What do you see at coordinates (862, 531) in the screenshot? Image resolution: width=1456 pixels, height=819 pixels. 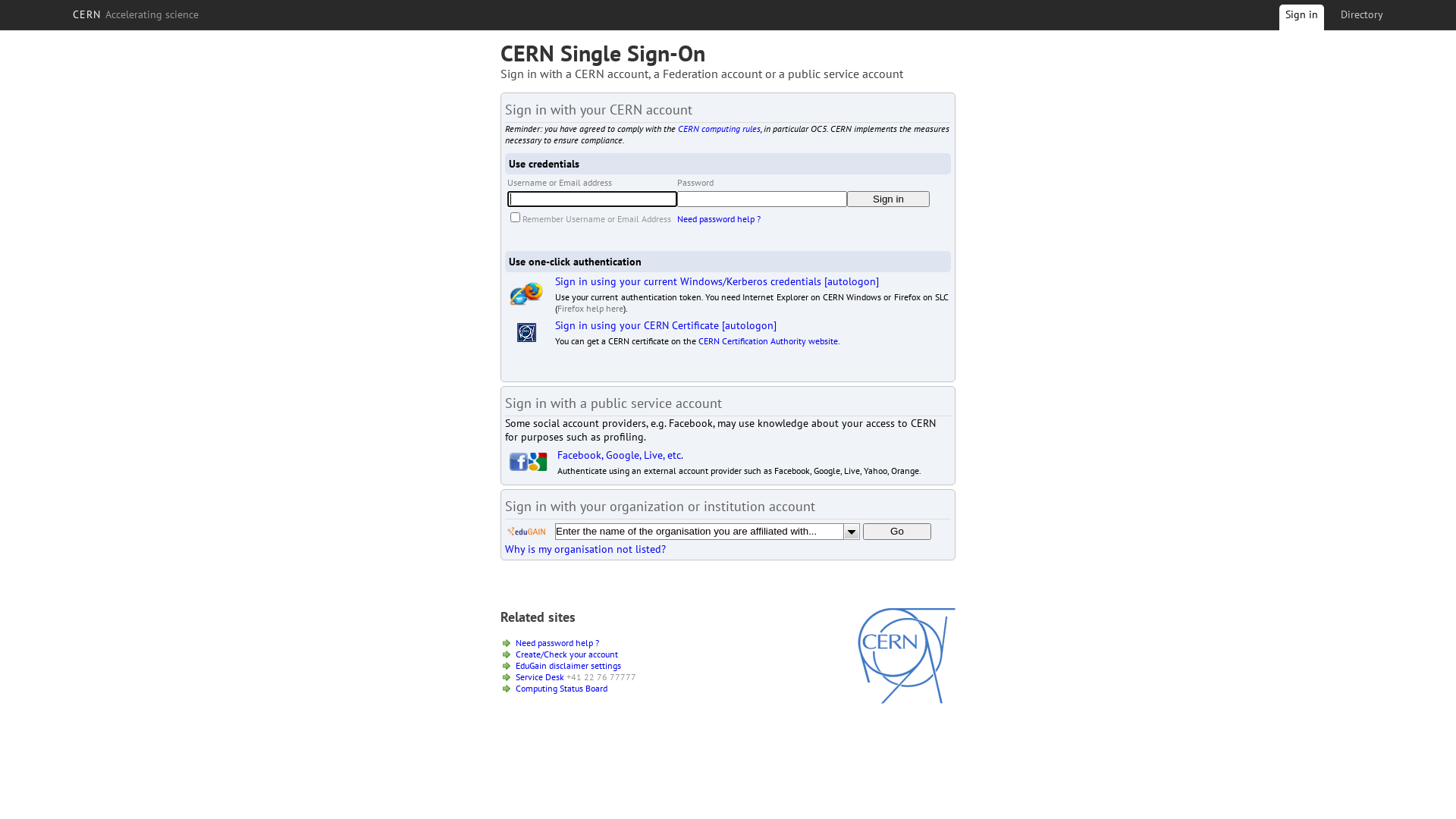 I see `'Go'` at bounding box center [862, 531].